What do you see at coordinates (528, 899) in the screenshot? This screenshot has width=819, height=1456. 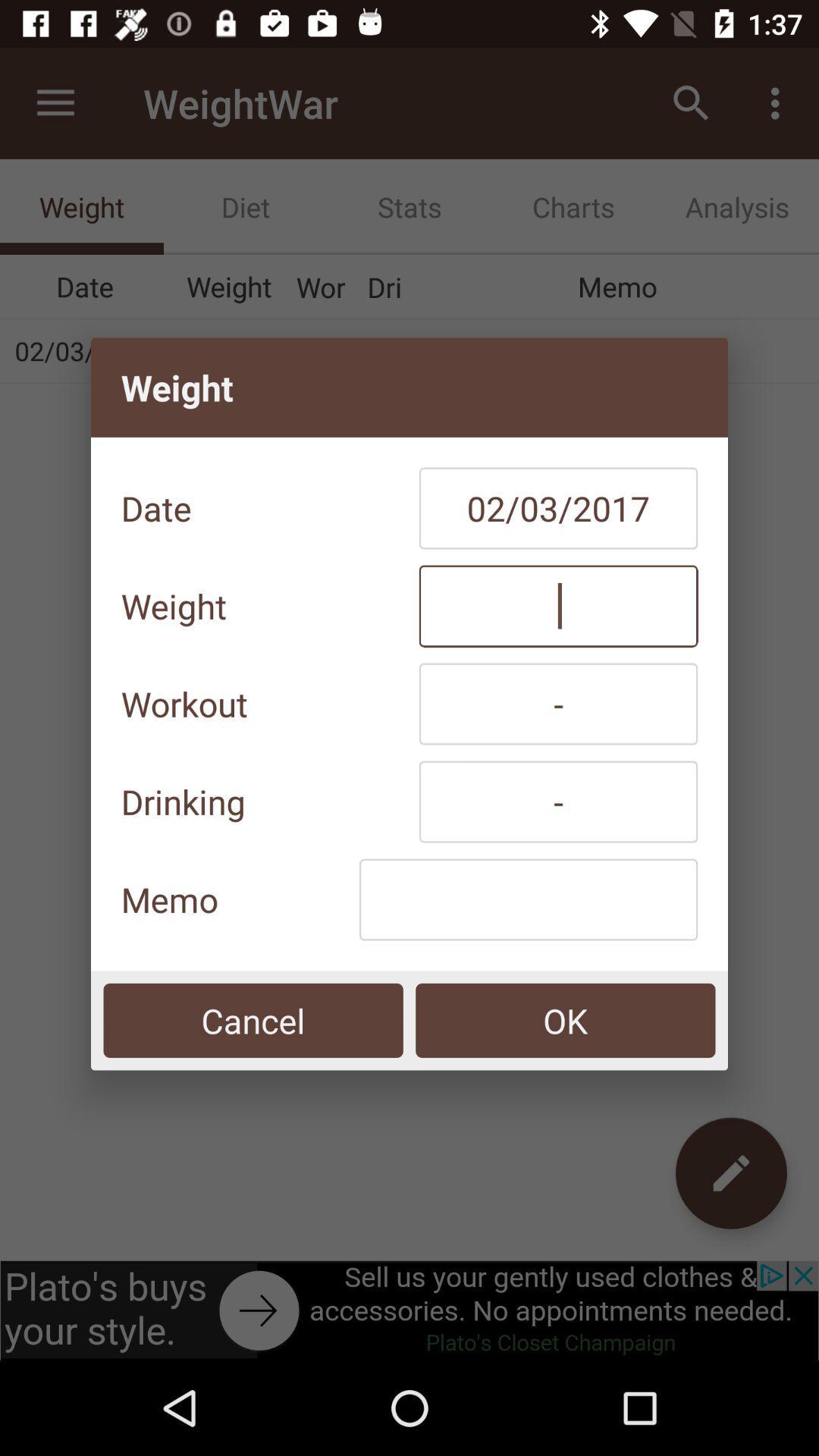 I see `the item below the drinking` at bounding box center [528, 899].